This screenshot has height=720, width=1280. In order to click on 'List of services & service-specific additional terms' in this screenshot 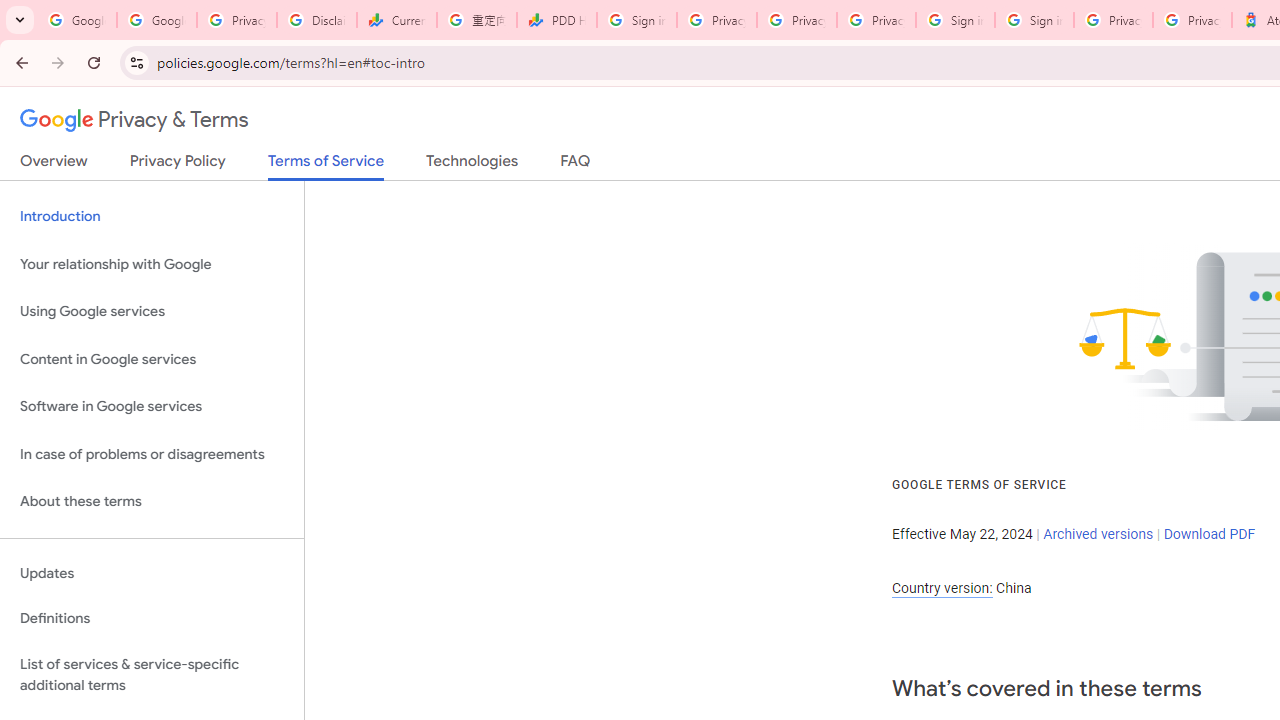, I will do `click(151, 675)`.